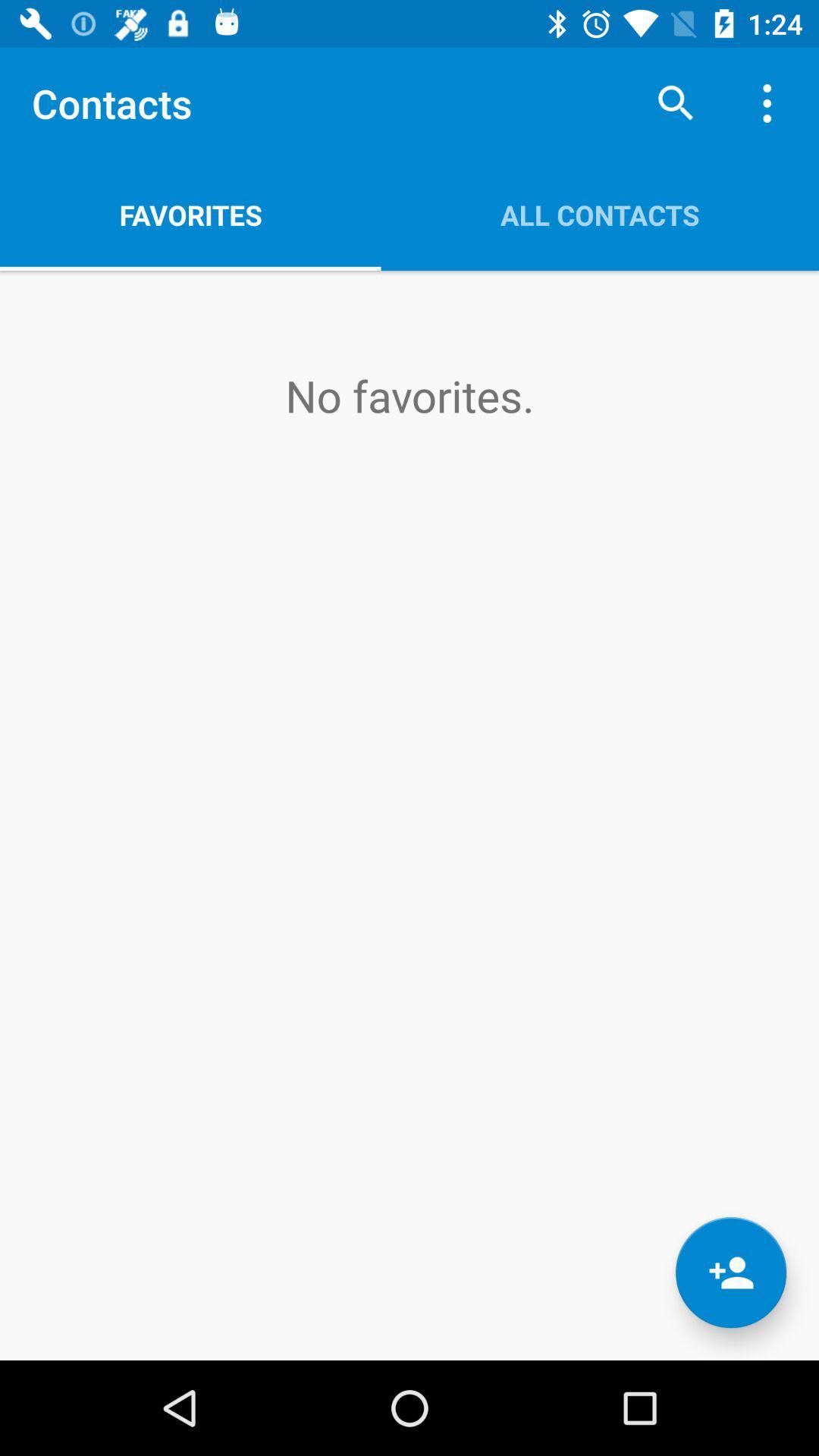 This screenshot has height=1456, width=819. What do you see at coordinates (599, 214) in the screenshot?
I see `the icon to the right of favorites` at bounding box center [599, 214].